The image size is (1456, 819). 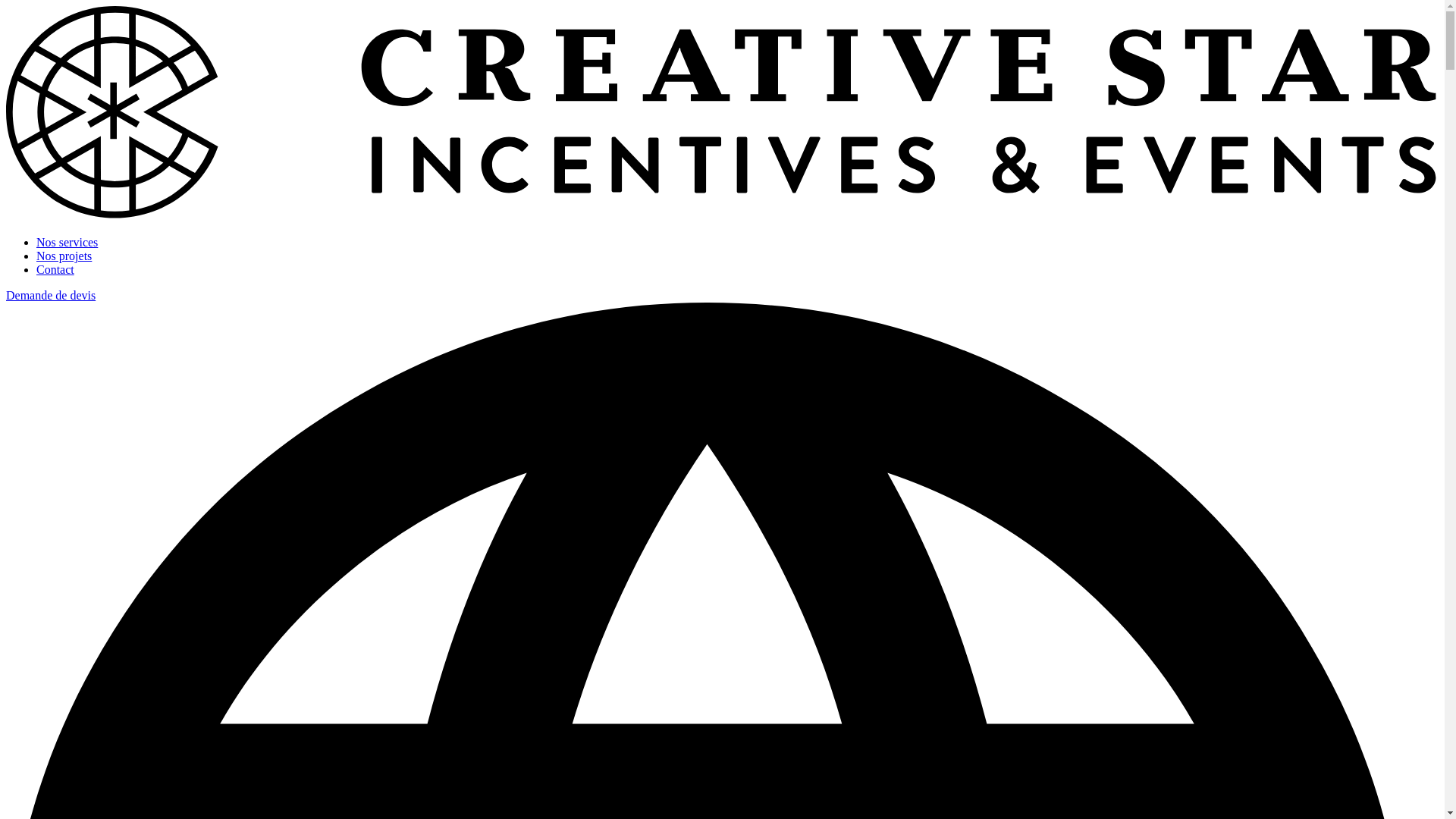 I want to click on 'Demande de devis', so click(x=51, y=295).